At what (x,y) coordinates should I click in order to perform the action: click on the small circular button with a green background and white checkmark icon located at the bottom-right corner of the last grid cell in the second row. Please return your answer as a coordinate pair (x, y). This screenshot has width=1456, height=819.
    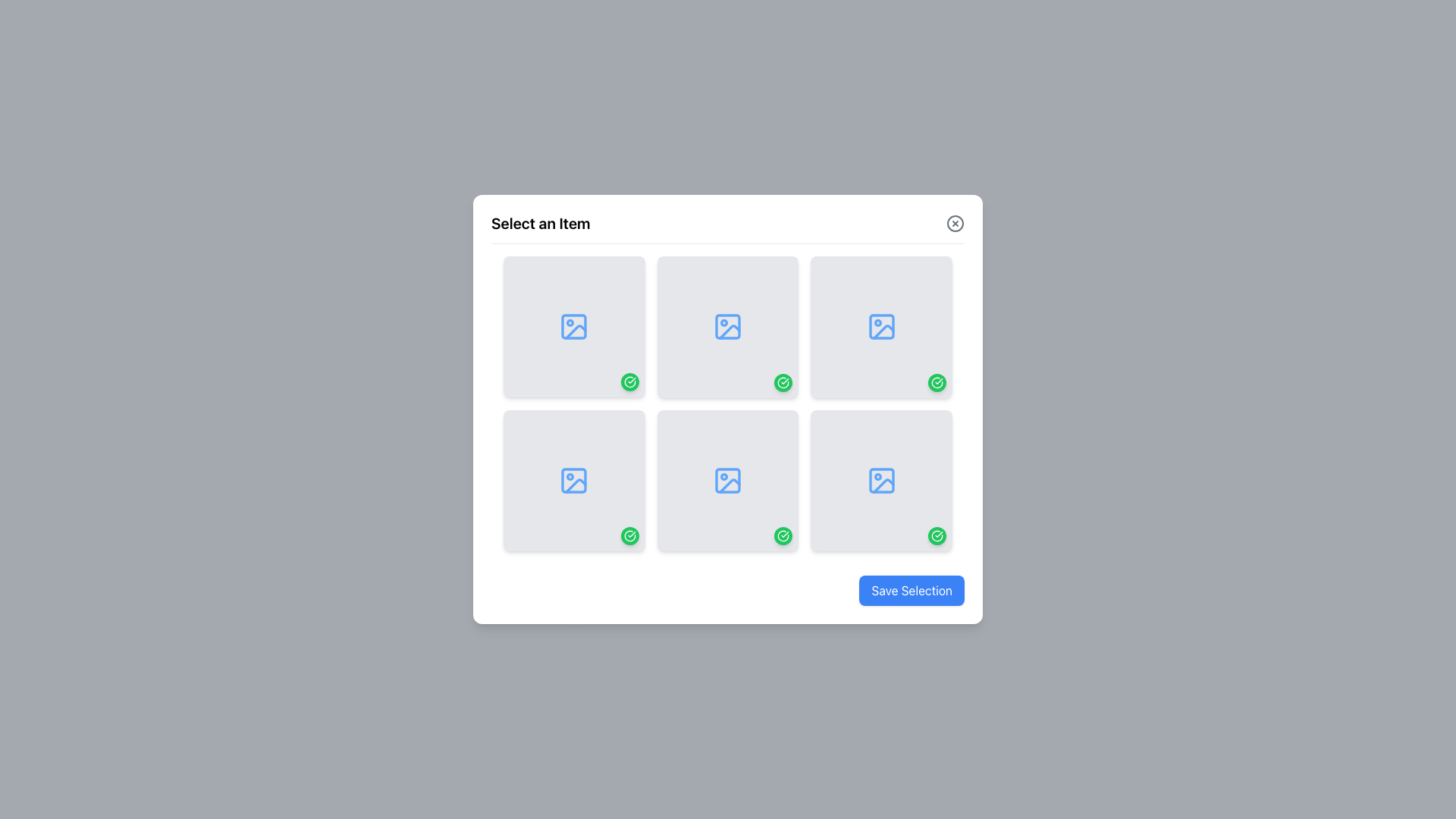
    Looking at the image, I should click on (783, 535).